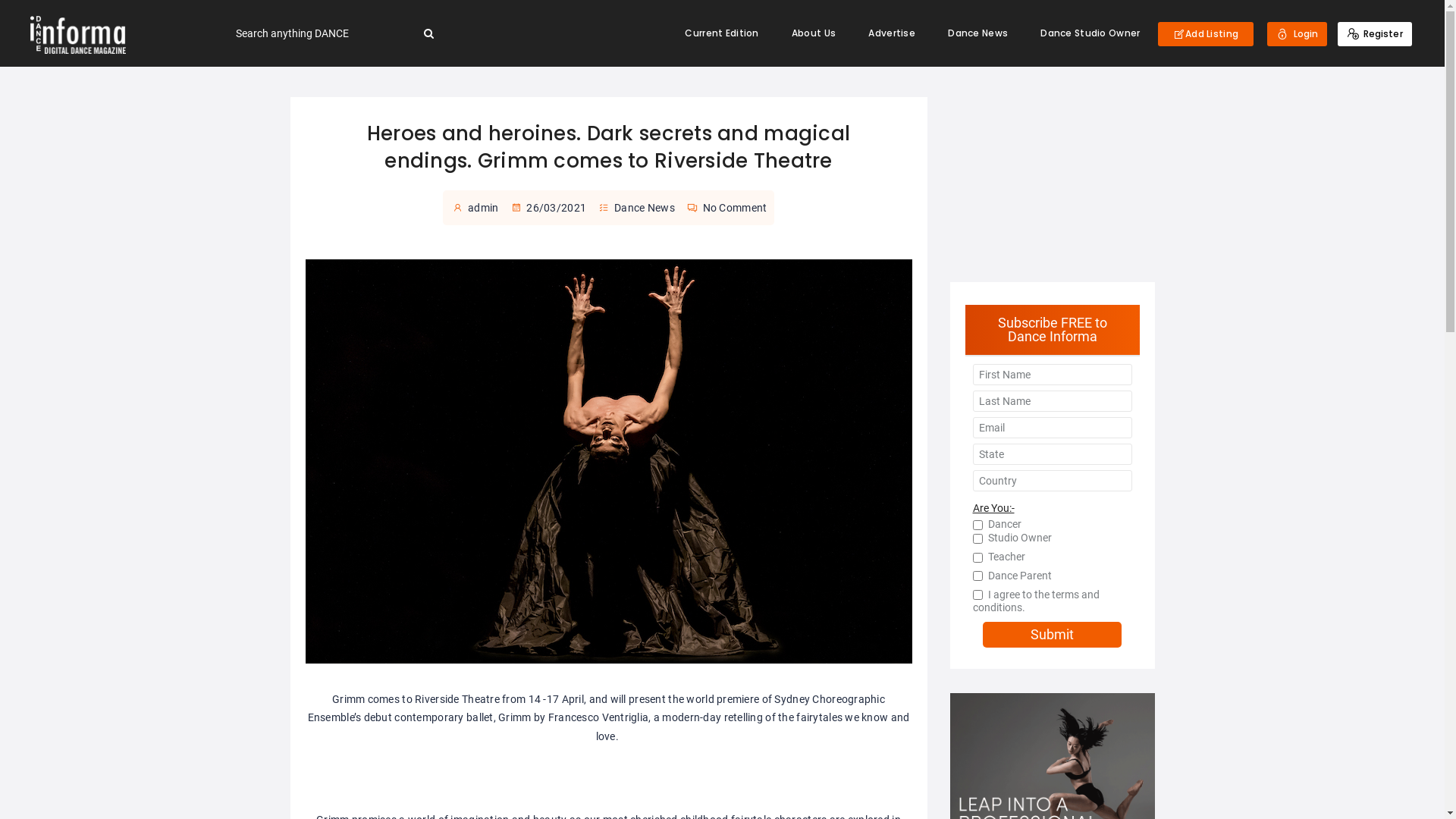  I want to click on 'About Us', so click(813, 33).